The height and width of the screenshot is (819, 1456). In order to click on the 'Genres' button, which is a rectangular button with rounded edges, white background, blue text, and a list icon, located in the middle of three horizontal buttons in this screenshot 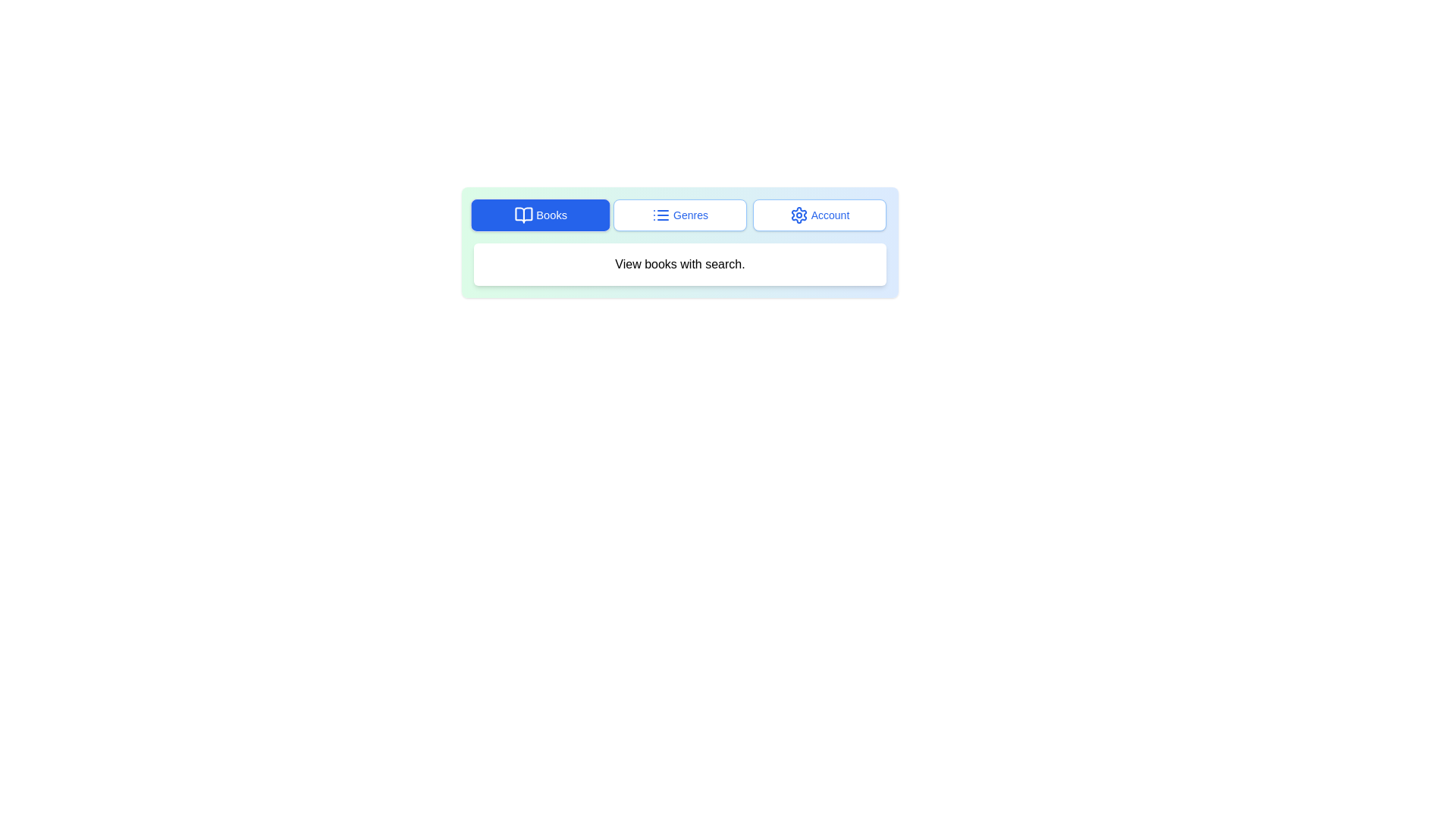, I will do `click(679, 215)`.